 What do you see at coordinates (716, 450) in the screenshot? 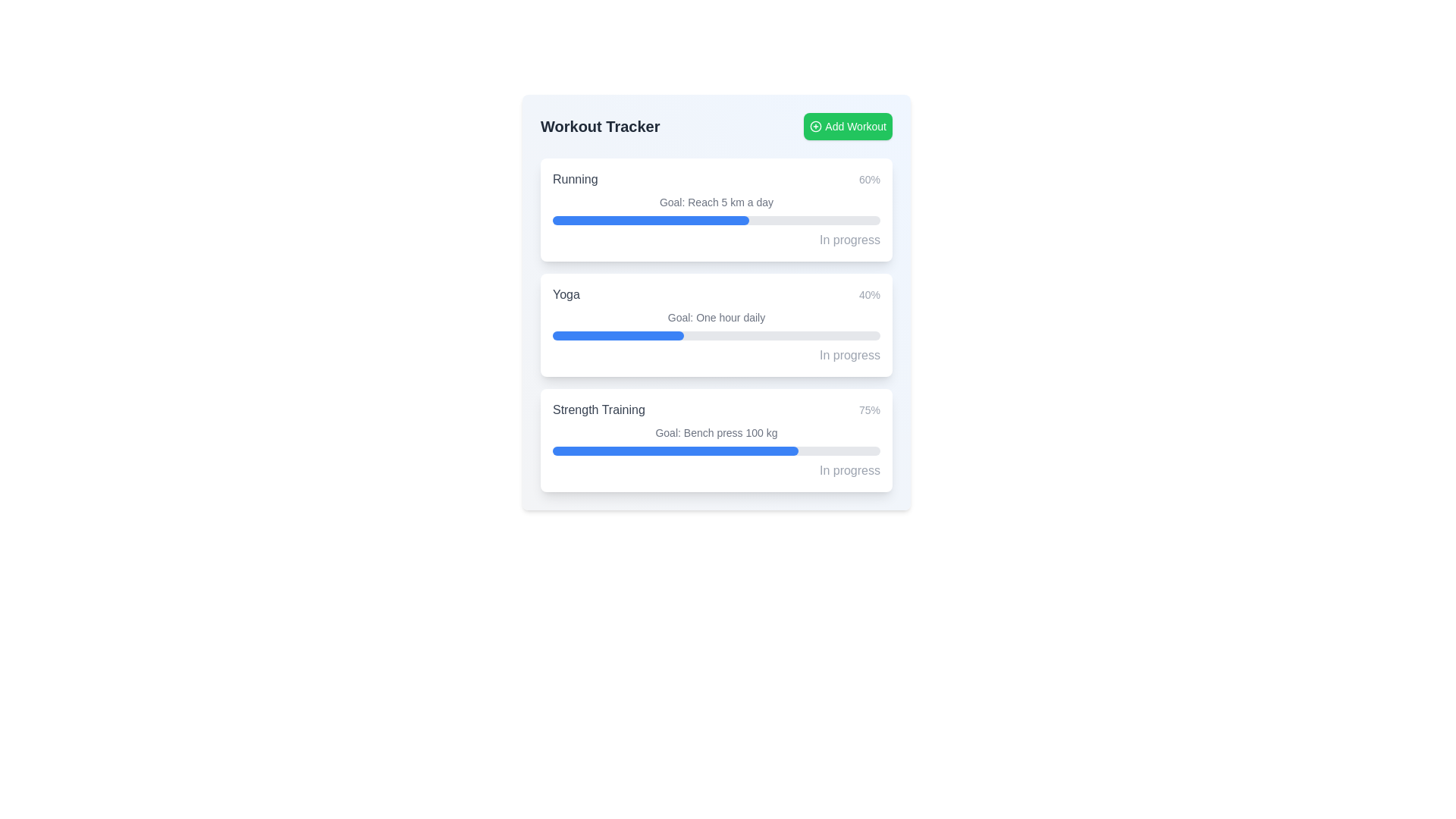
I see `the Progress bar indicating 75% progress located in the 'Strength Training' card, positioned beneath 'Goal: Bench press 100 kg' and above the 'In progress' label` at bounding box center [716, 450].